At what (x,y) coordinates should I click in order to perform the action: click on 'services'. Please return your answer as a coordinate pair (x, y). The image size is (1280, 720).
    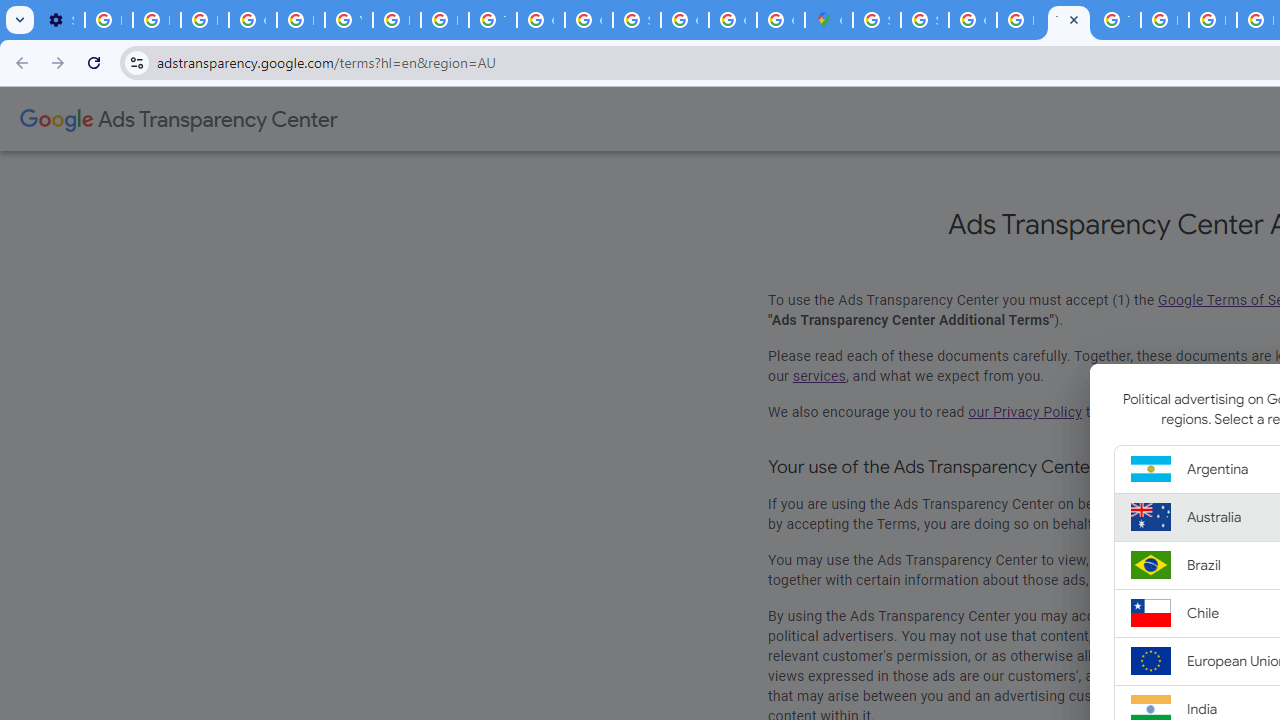
    Looking at the image, I should click on (819, 376).